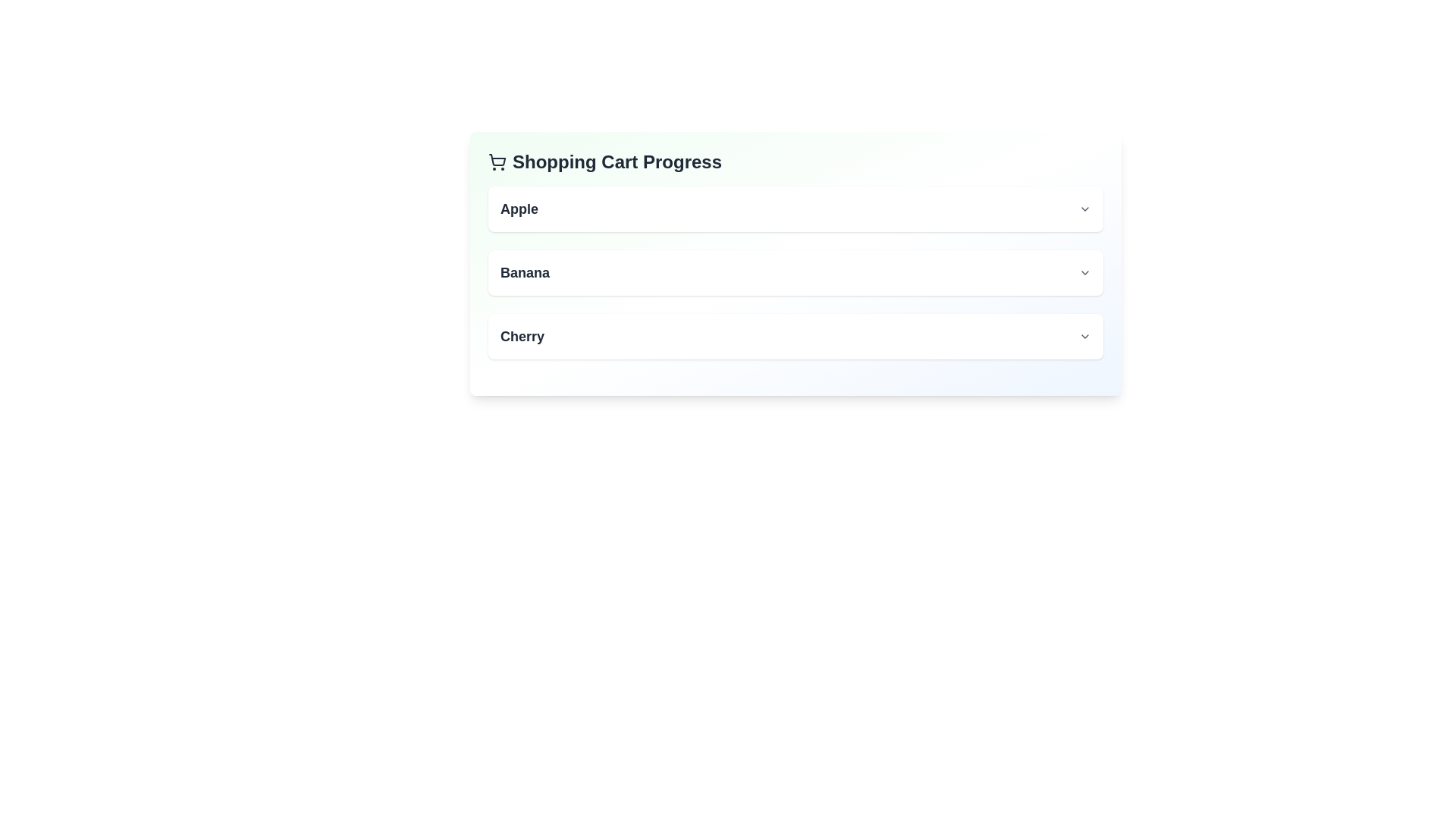 The image size is (1456, 819). What do you see at coordinates (1084, 209) in the screenshot?
I see `the dropdown indicator (chevron icon) next to the 'Apple' text to change its color` at bounding box center [1084, 209].